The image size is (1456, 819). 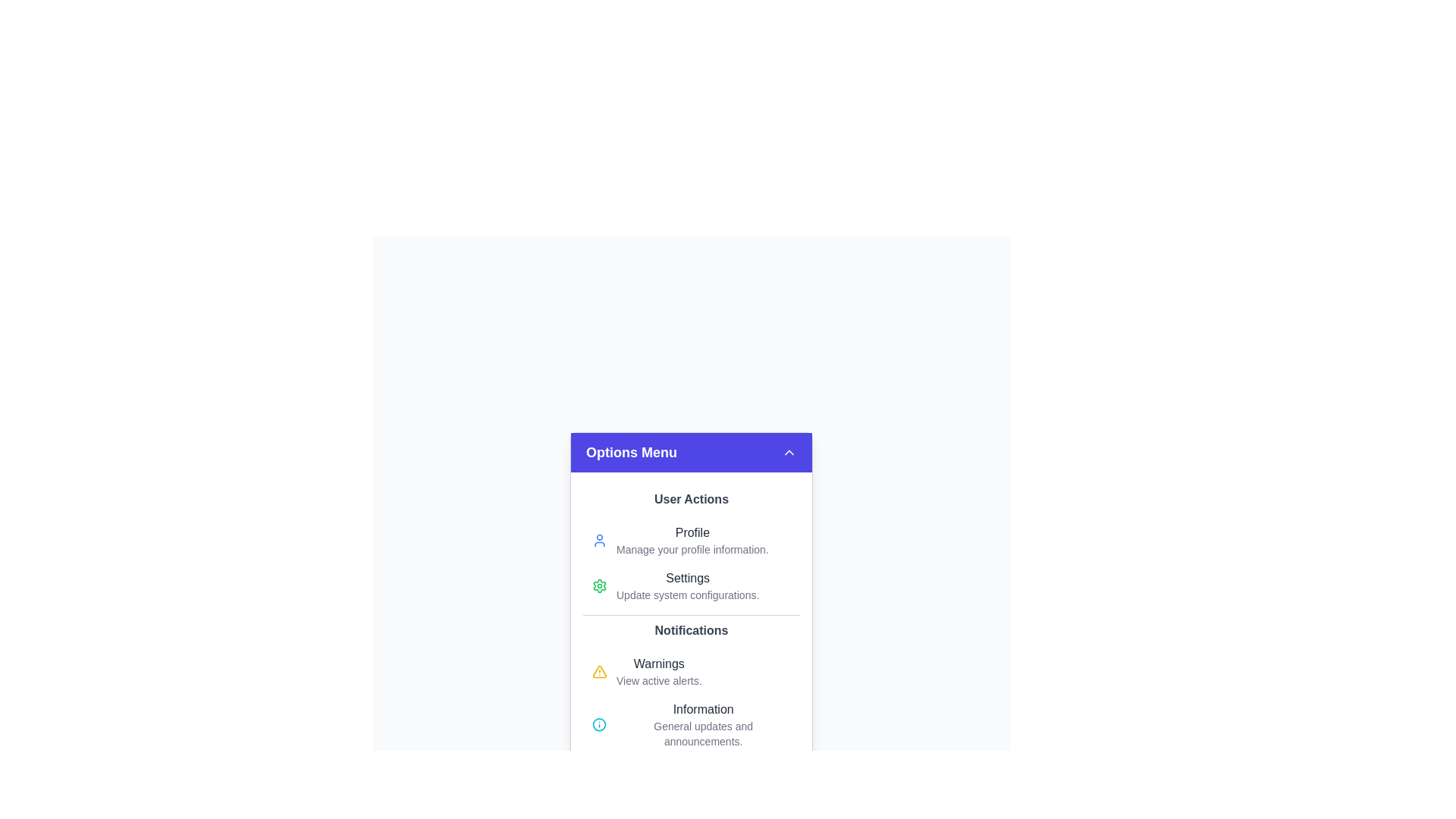 I want to click on the 'Notifications' label, which is styled with gray color and bold font, located under the 'User Actions' section and above the 'Warnings' section, so click(x=691, y=631).